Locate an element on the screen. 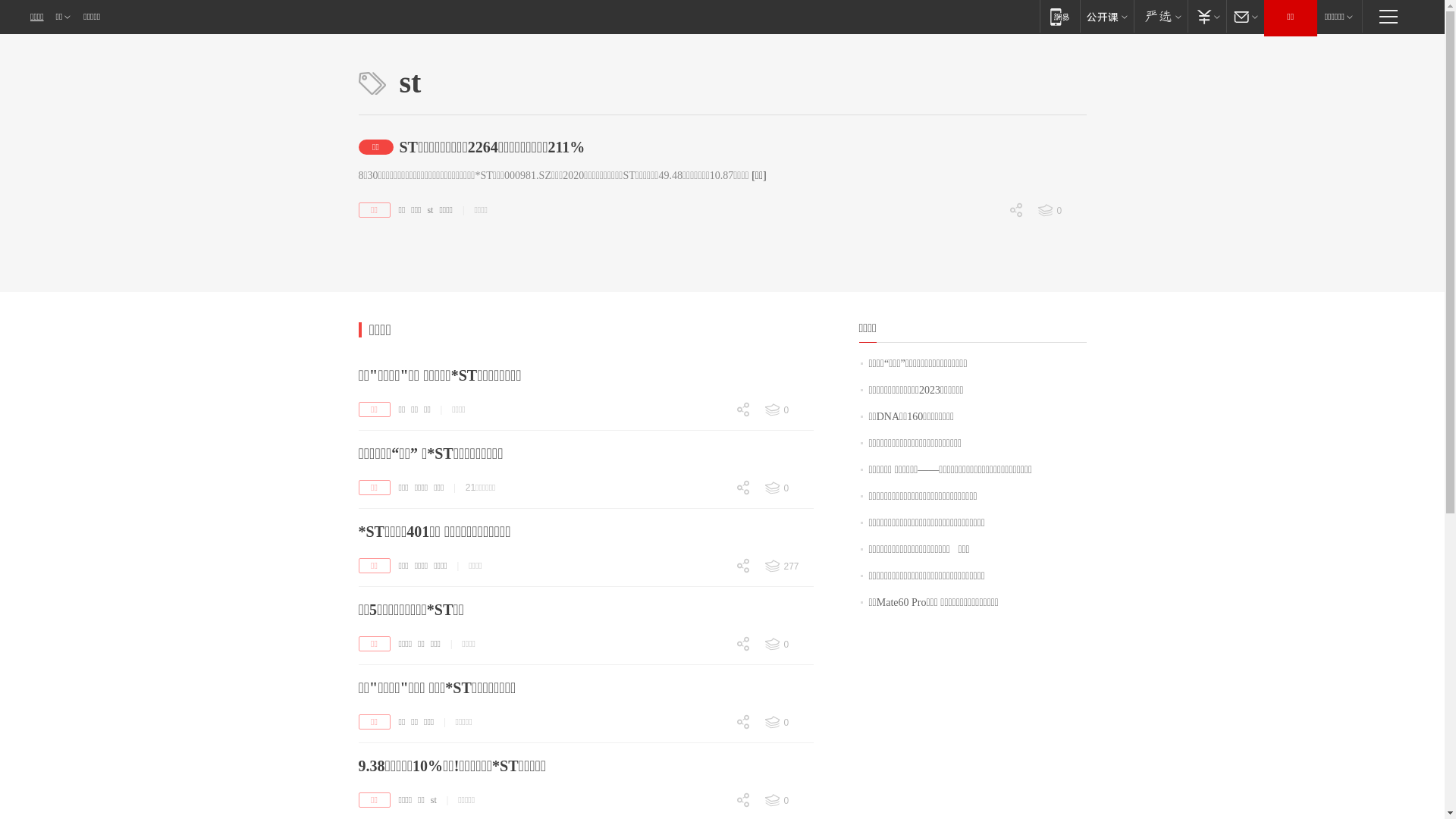 Image resolution: width=1456 pixels, height=819 pixels. '0' is located at coordinates (712, 801).